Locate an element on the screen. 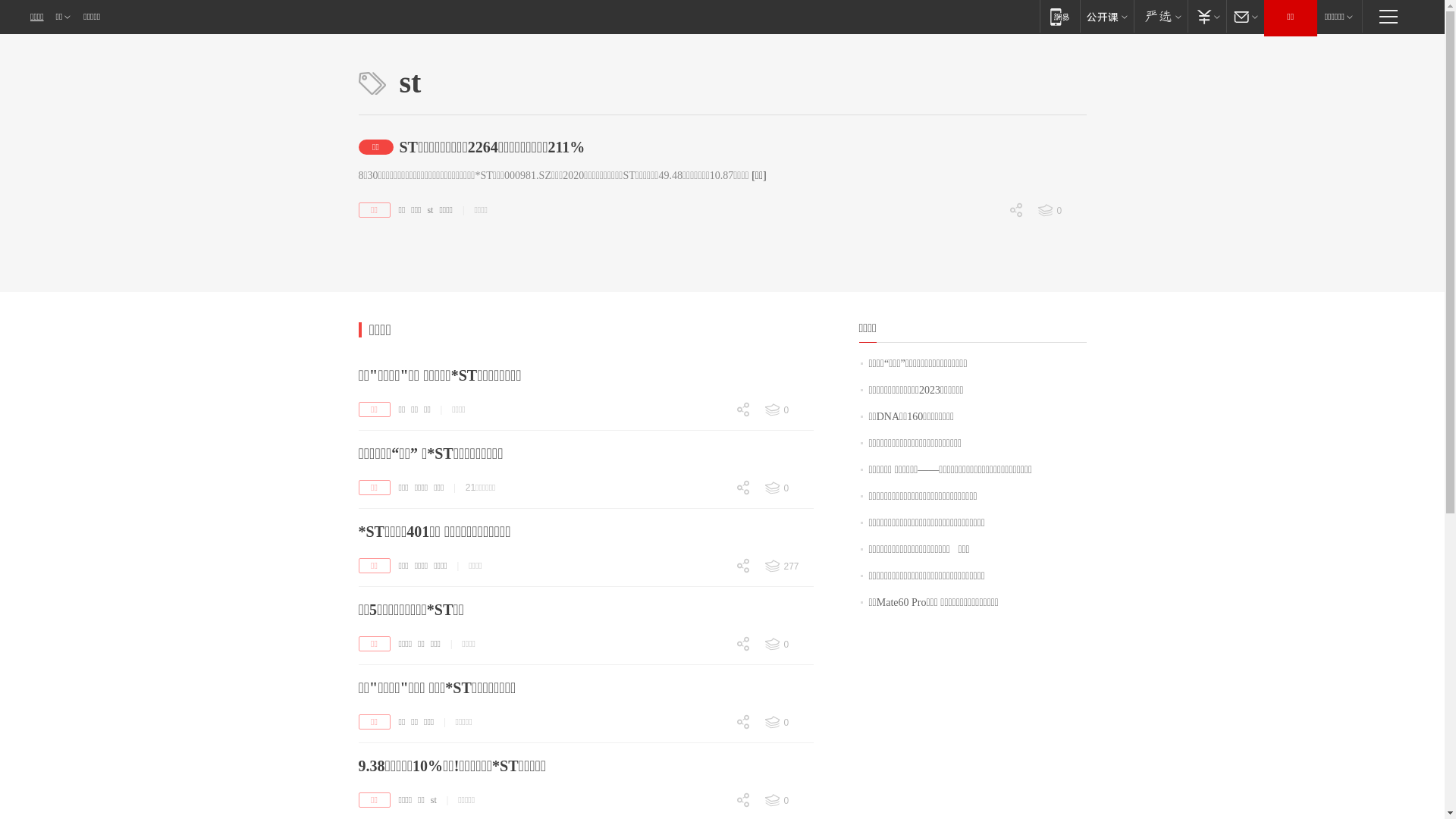 Image resolution: width=1456 pixels, height=819 pixels. '0' is located at coordinates (712, 801).